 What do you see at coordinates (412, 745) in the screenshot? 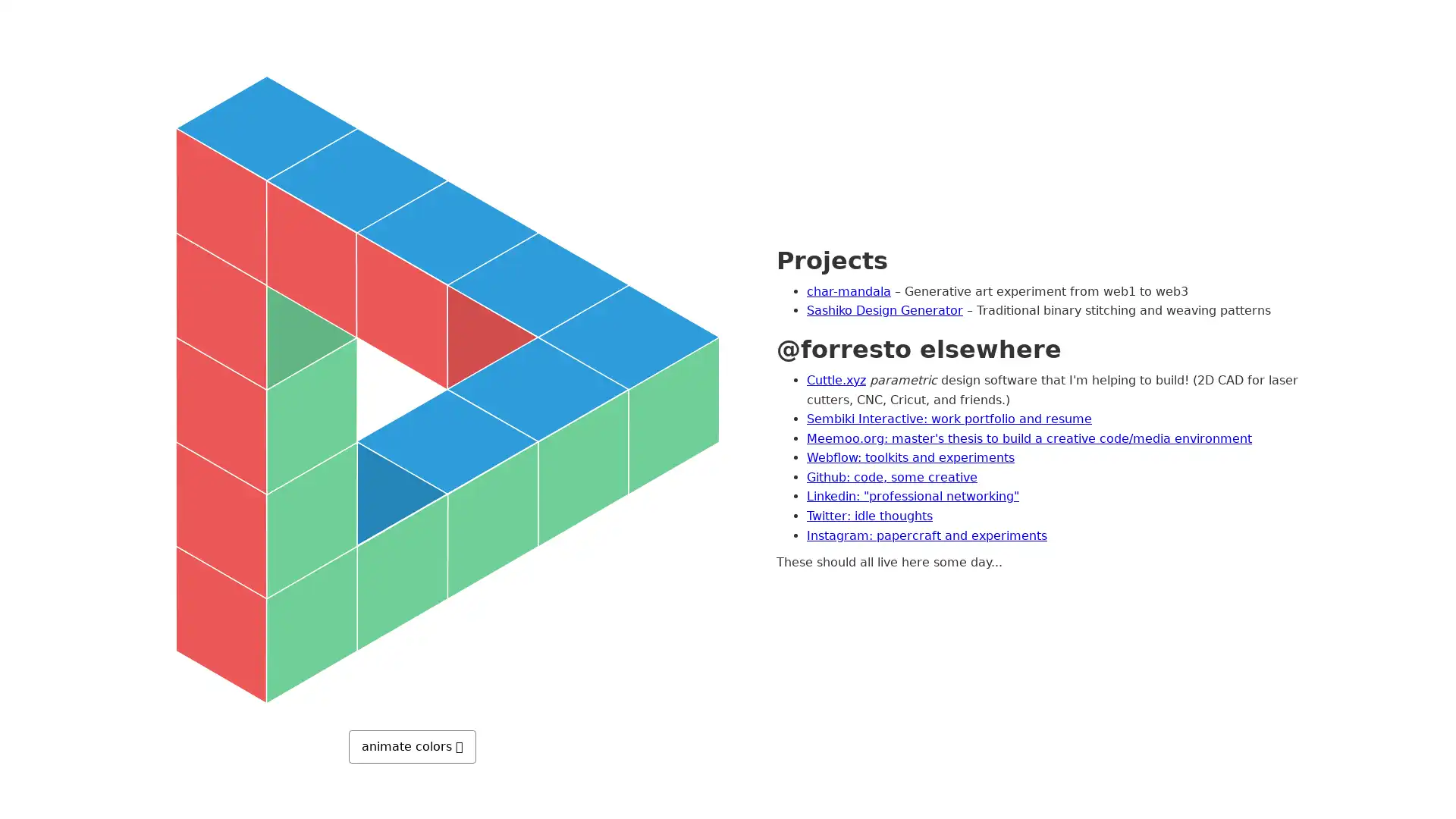
I see `animate colors` at bounding box center [412, 745].